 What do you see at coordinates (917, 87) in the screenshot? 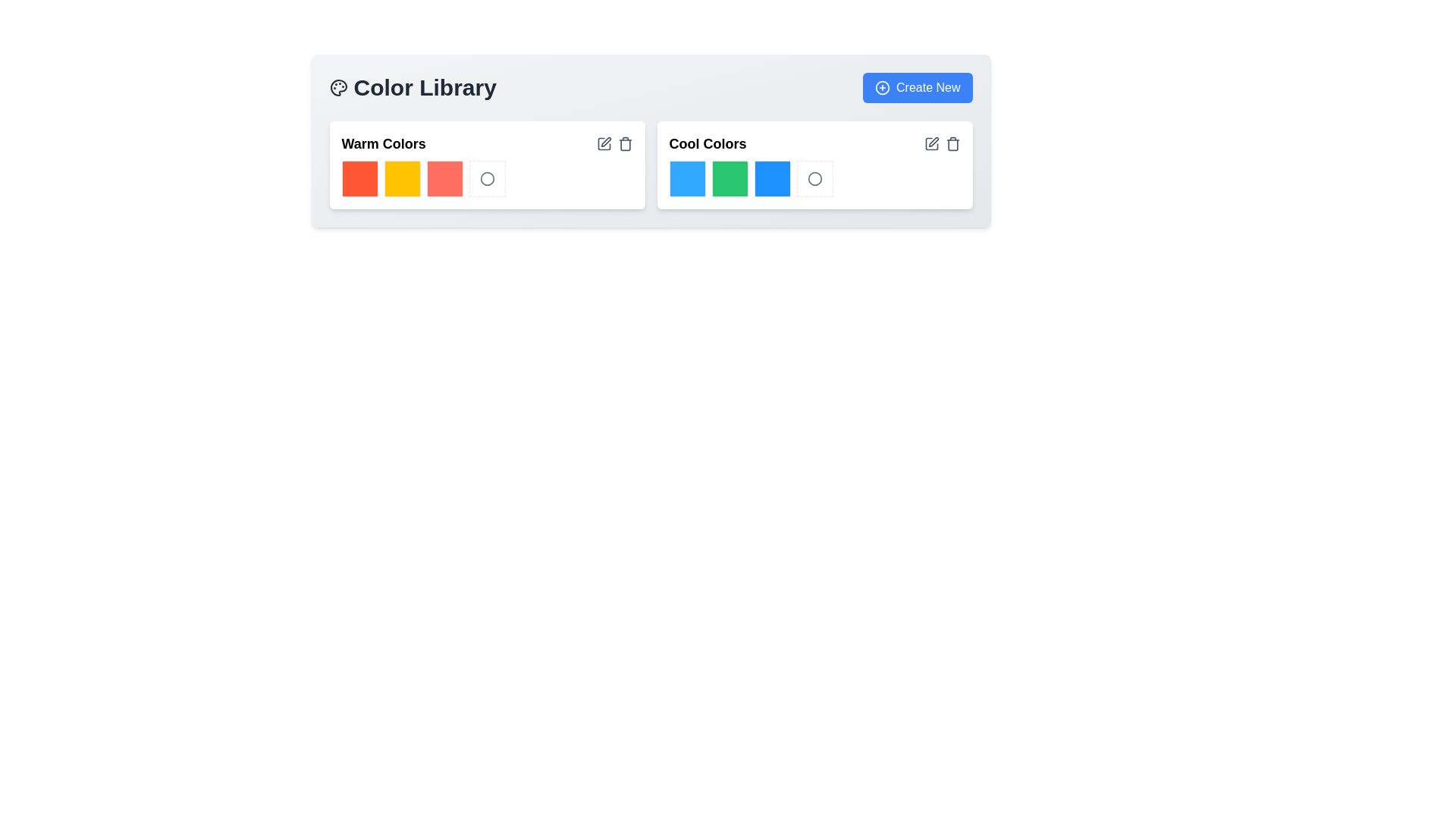
I see `the 'Create New' button` at bounding box center [917, 87].